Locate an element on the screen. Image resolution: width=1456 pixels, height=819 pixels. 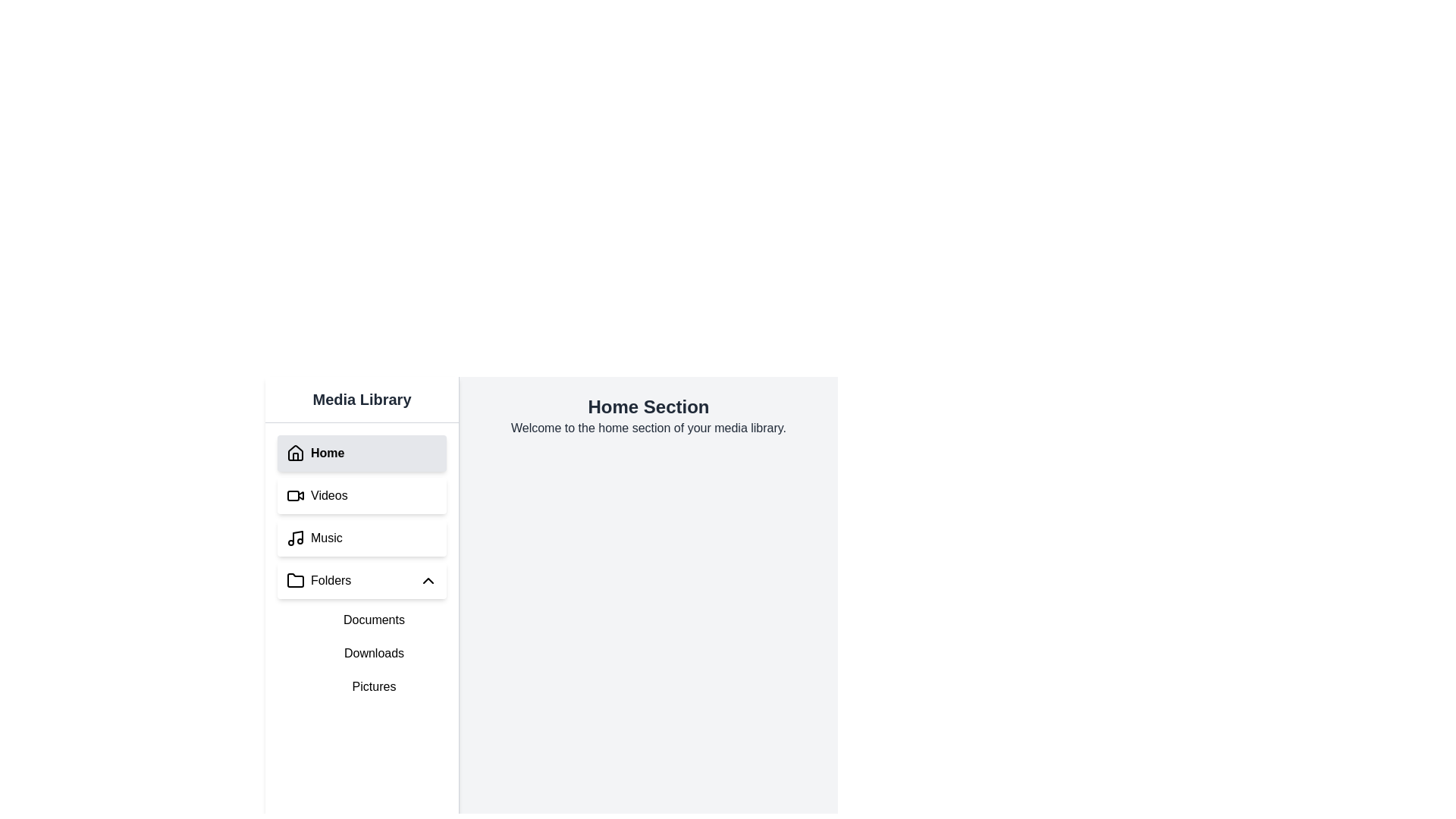
the rounded rectangle element that is part of the video camera icon located to the left of the 'Videos' label in the sidebar is located at coordinates (293, 496).